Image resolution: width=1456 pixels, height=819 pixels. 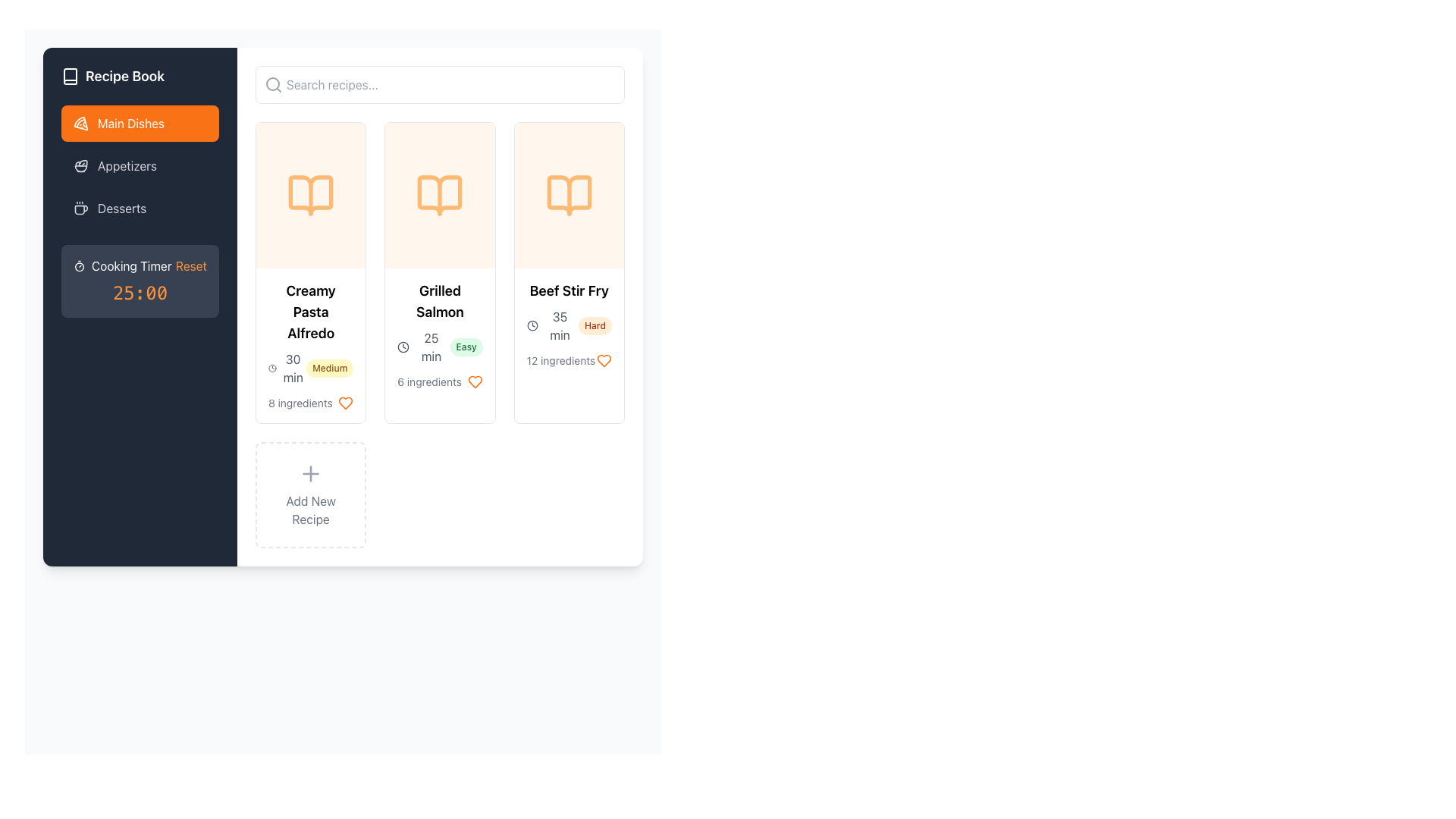 I want to click on the button-like component for adding a new recipe, which is located in the fourth slot of the grid layout, so click(x=310, y=494).